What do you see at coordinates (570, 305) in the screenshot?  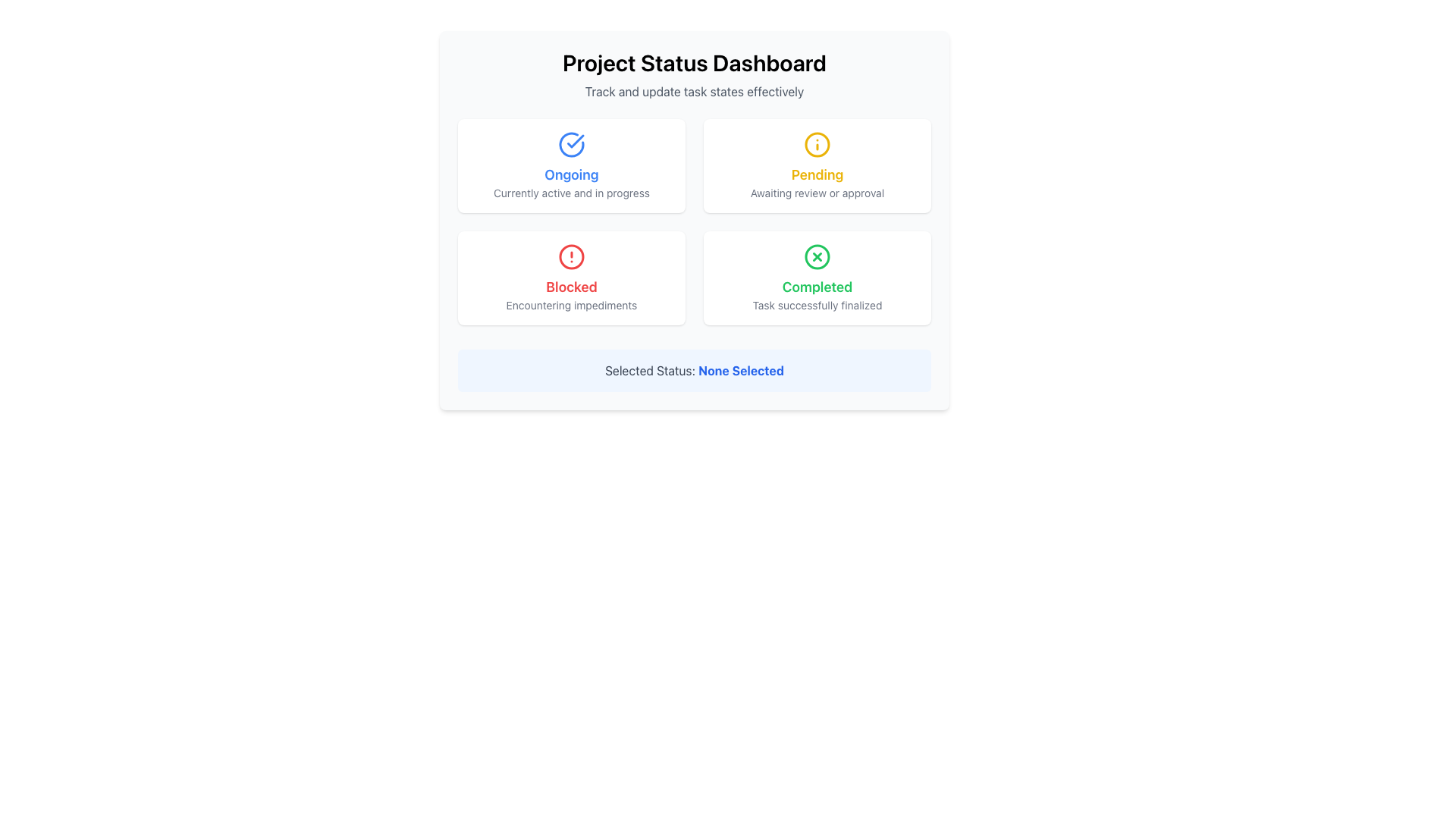 I see `the label that provides additional context for the state 'Blocked', located below the 'Blocked' title in the lower-left quadrant of the grid layout` at bounding box center [570, 305].